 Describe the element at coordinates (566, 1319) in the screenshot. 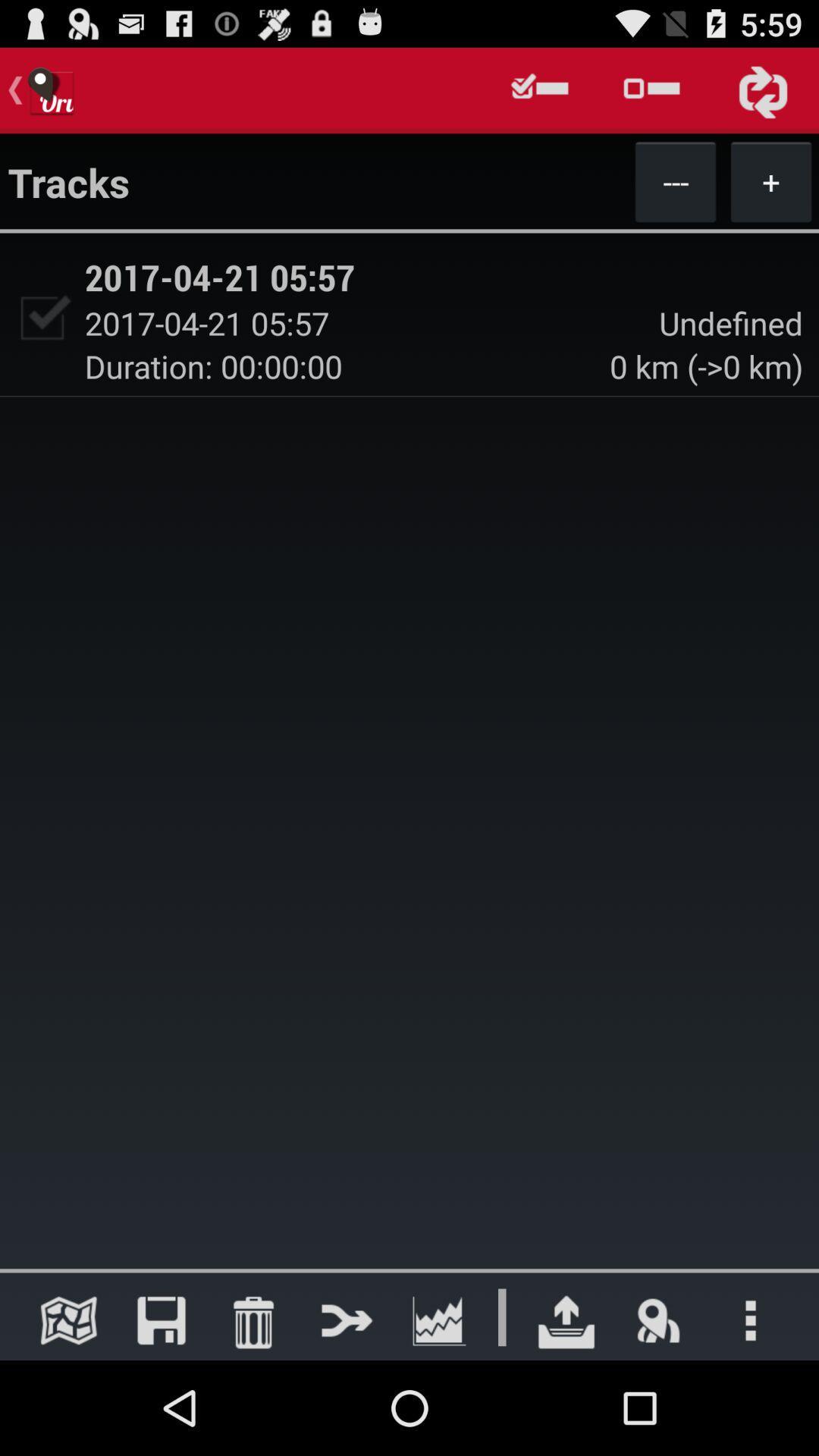

I see `go do dounulod` at that location.